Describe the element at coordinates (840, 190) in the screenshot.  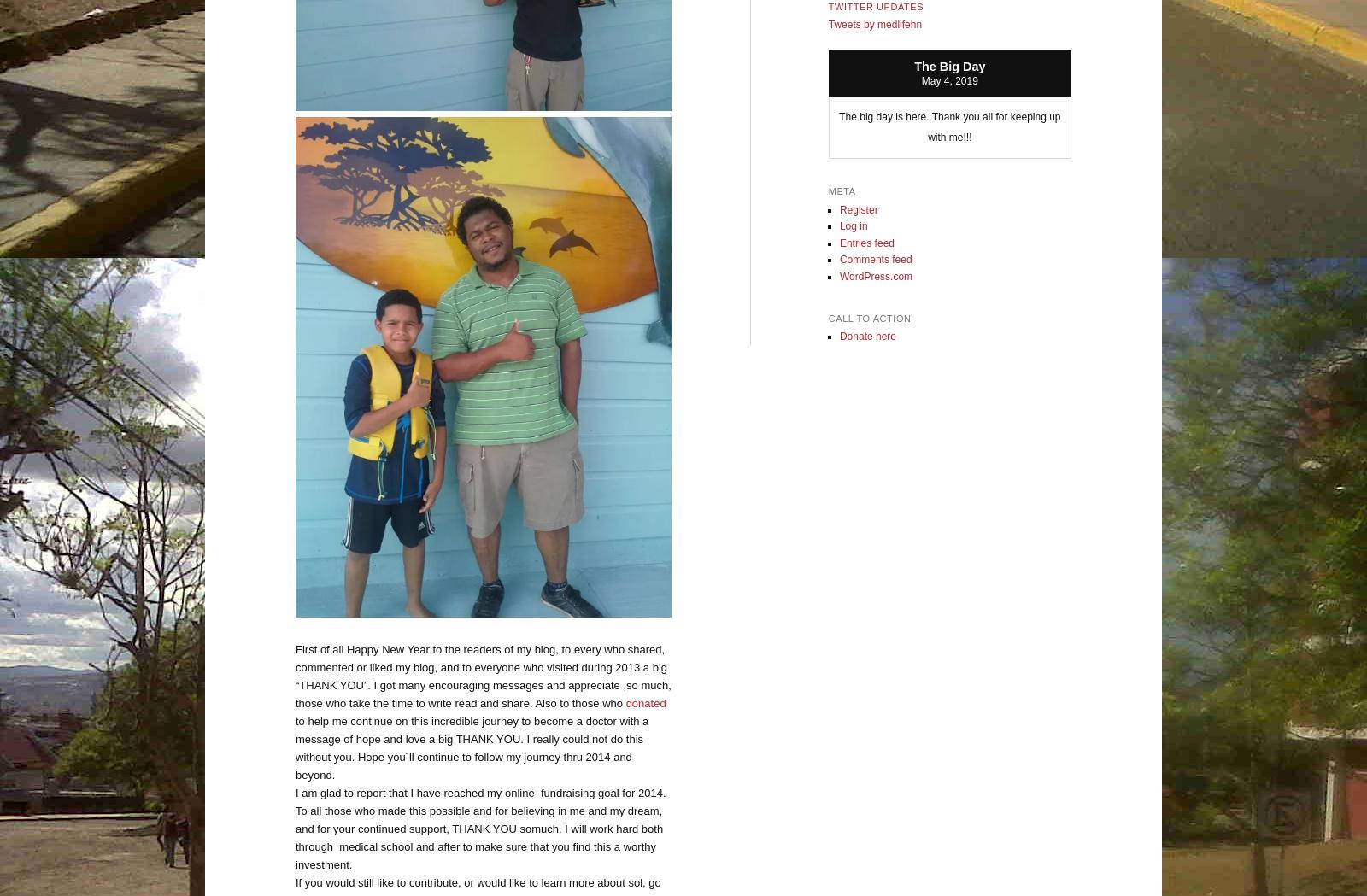
I see `'Meta'` at that location.